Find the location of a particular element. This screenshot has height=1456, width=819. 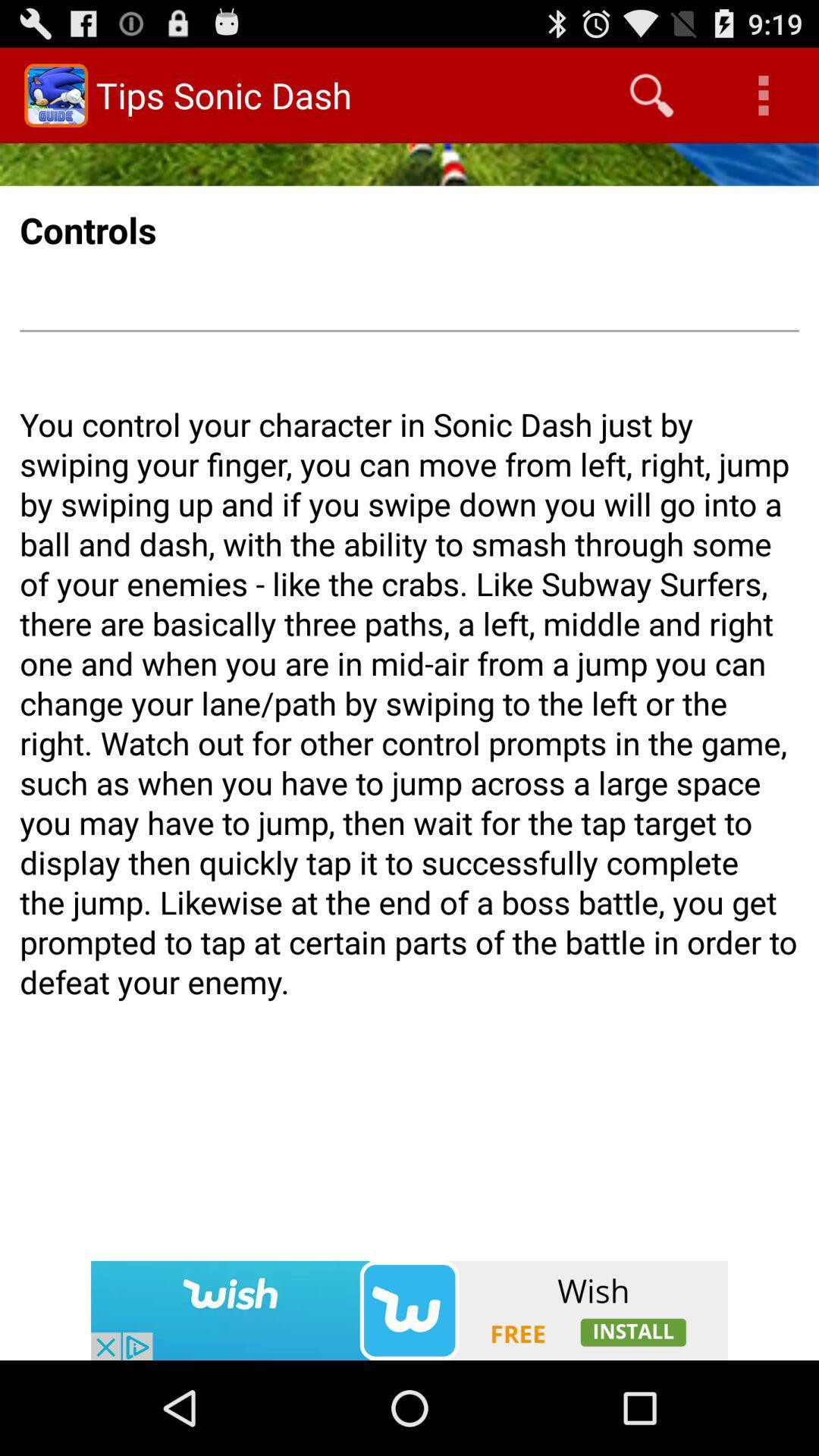

installs the wish app is located at coordinates (409, 1310).